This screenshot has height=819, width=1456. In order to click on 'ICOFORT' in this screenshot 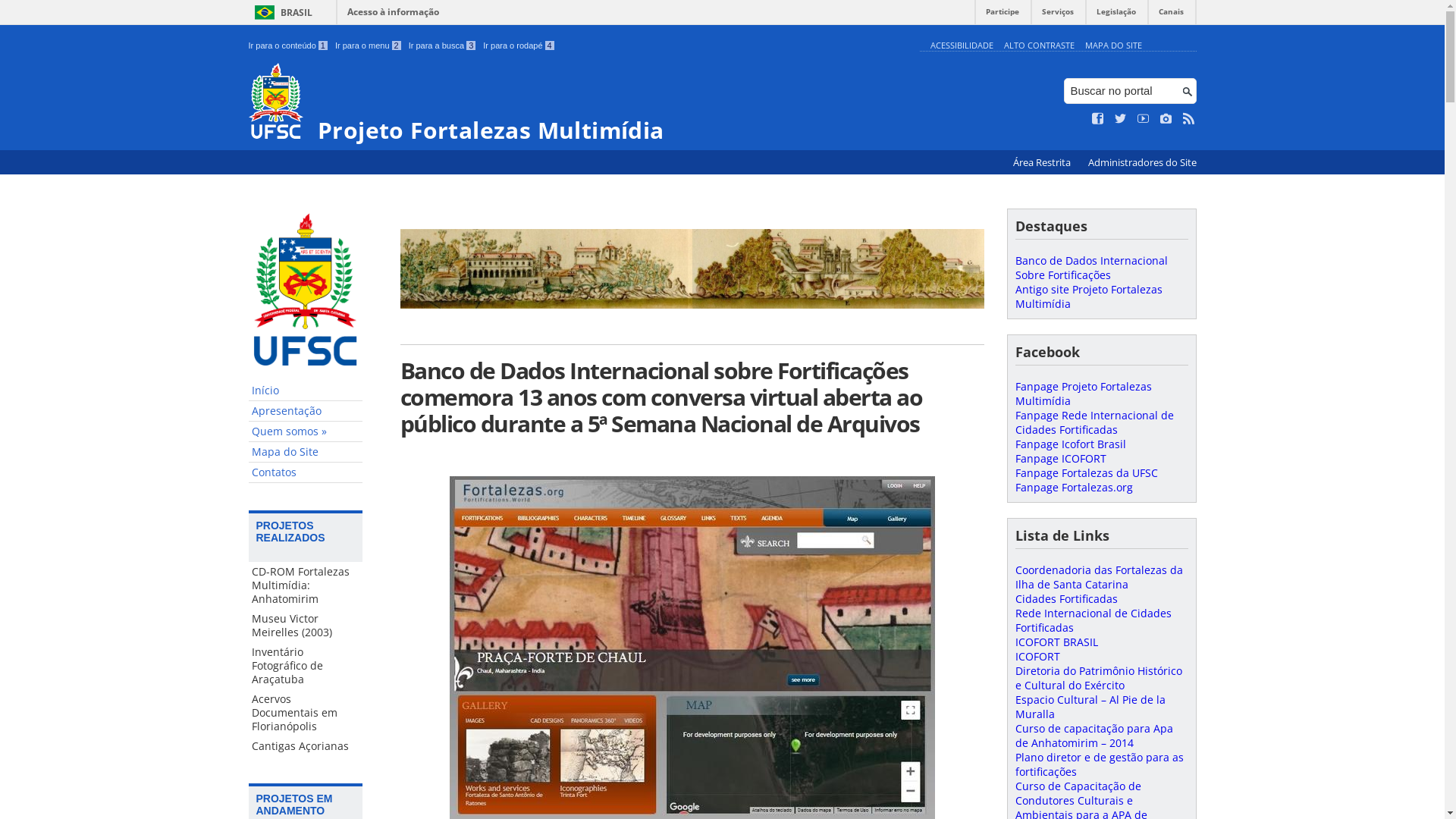, I will do `click(1036, 655)`.